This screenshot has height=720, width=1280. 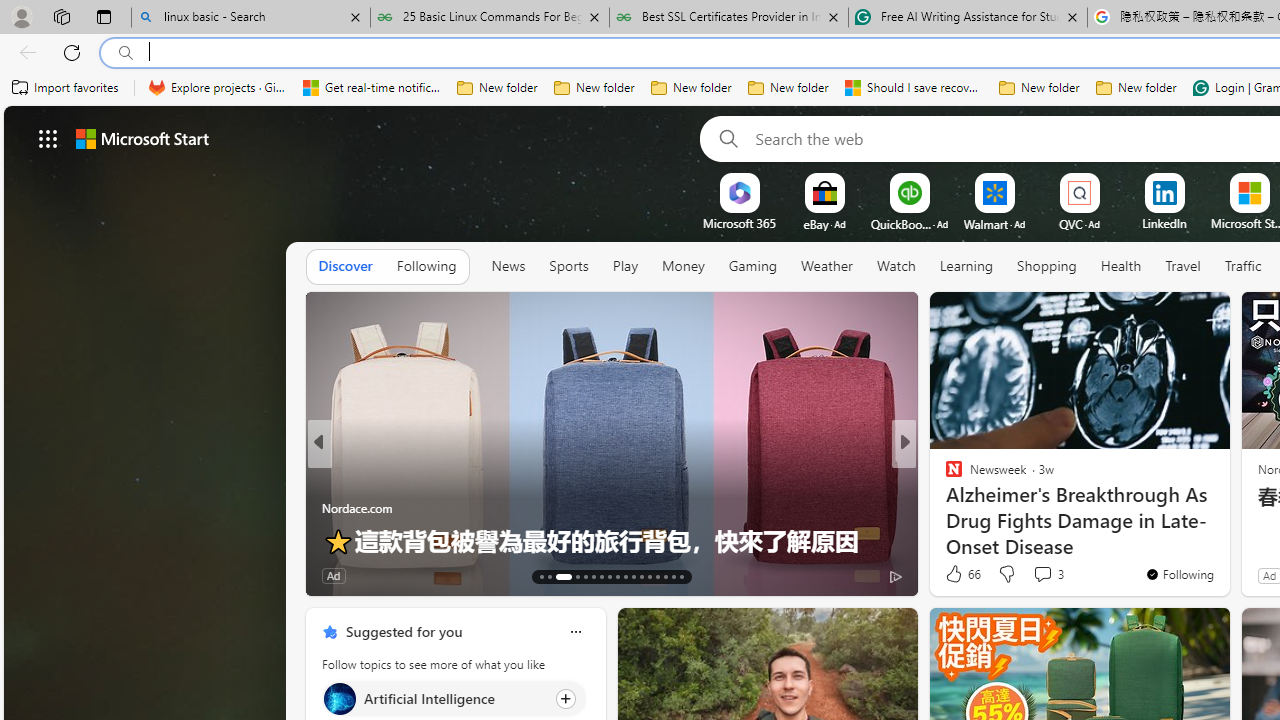 What do you see at coordinates (967, 17) in the screenshot?
I see `'Free AI Writing Assistance for Students | Grammarly'` at bounding box center [967, 17].